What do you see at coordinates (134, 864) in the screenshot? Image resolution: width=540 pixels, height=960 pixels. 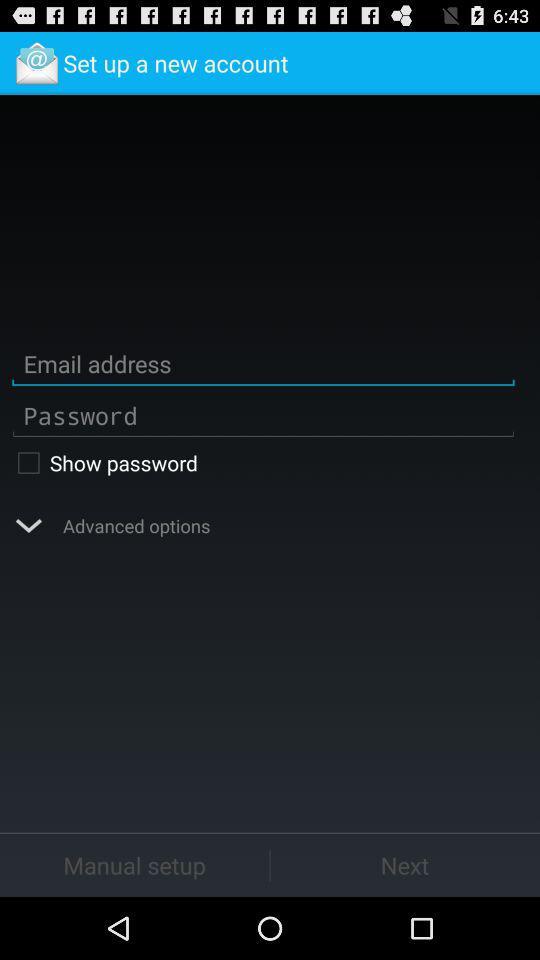 I see `manual setup item` at bounding box center [134, 864].